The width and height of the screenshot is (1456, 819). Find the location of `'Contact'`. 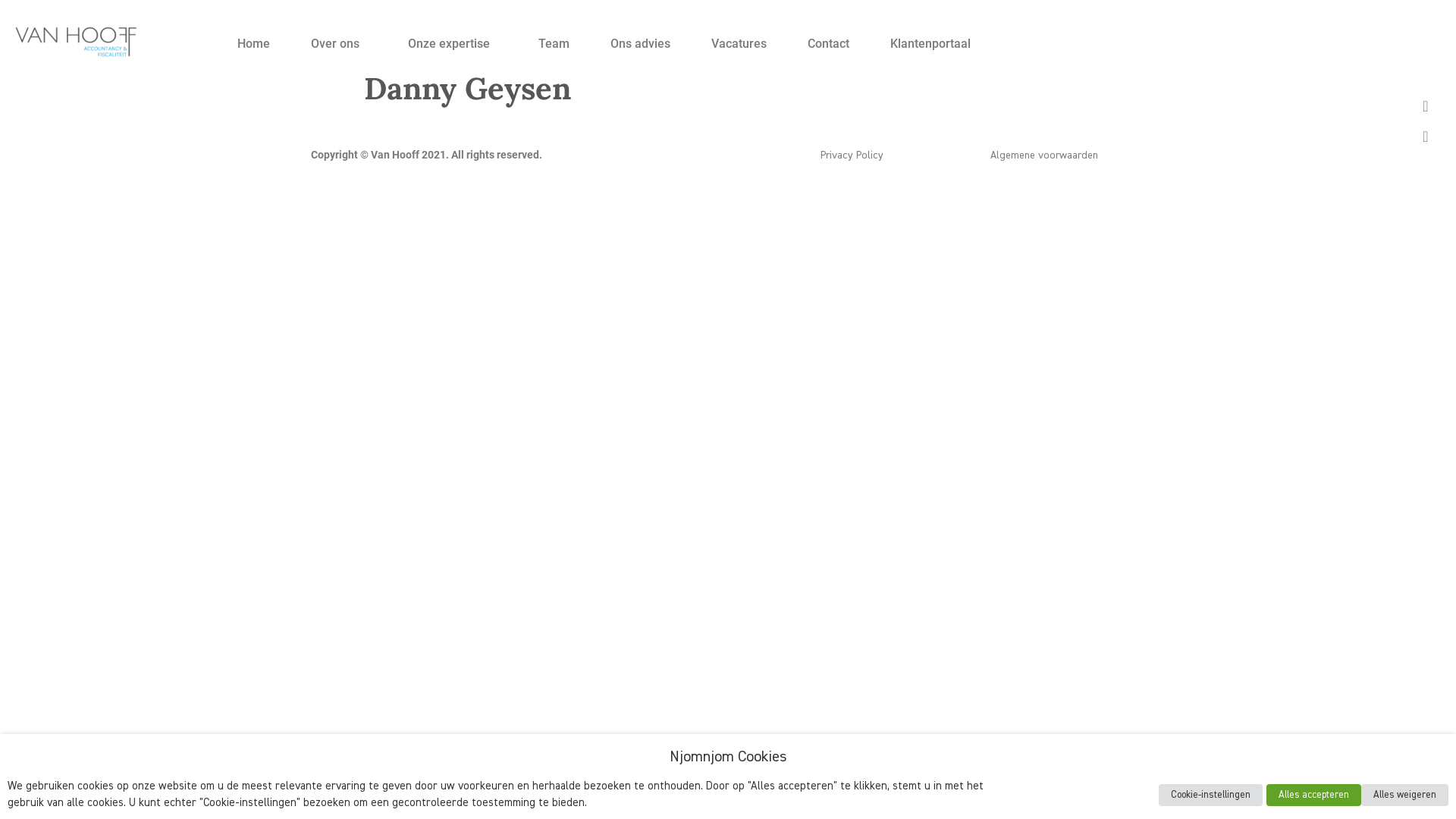

'Contact' is located at coordinates (827, 42).